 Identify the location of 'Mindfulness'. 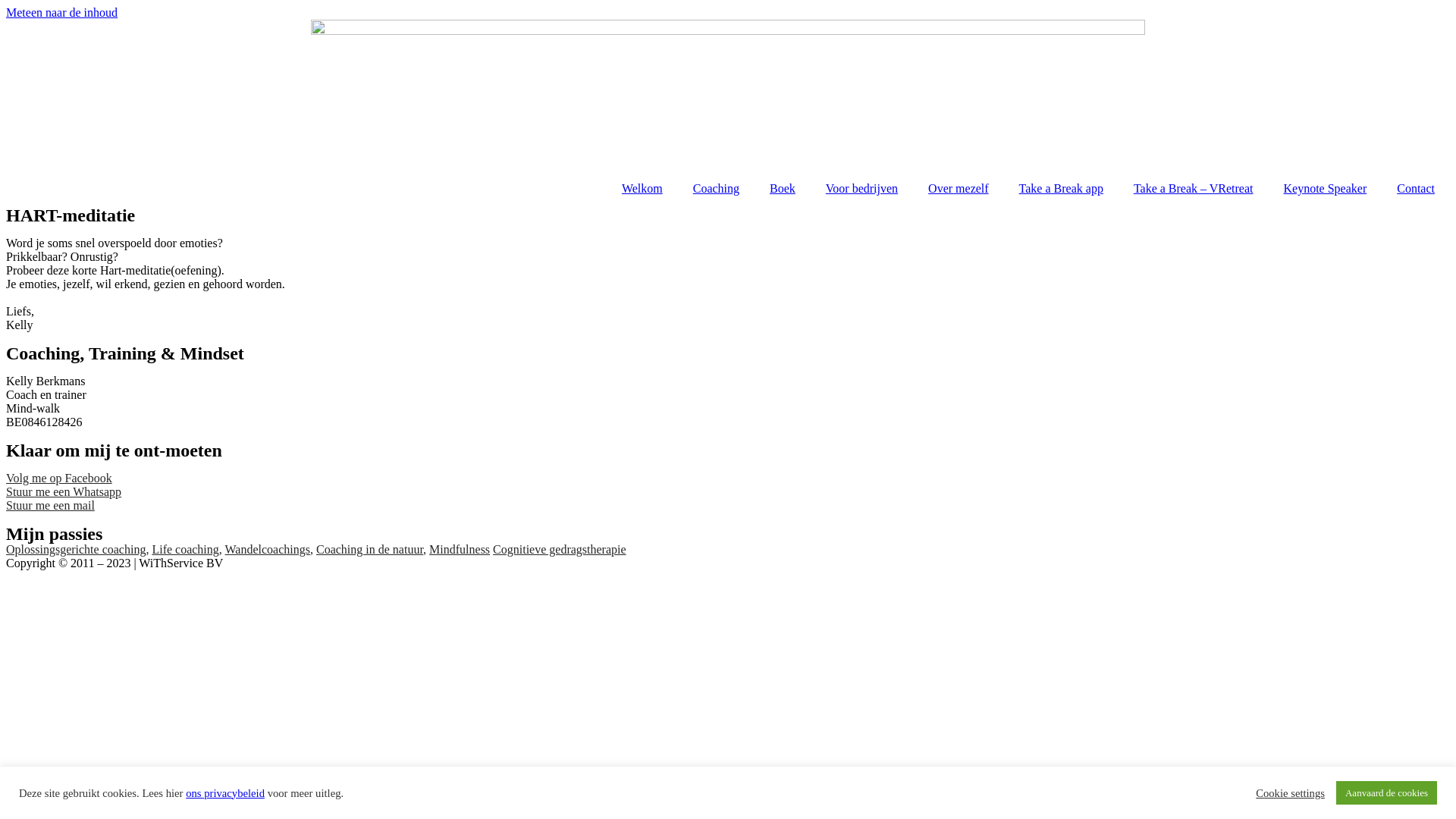
(458, 549).